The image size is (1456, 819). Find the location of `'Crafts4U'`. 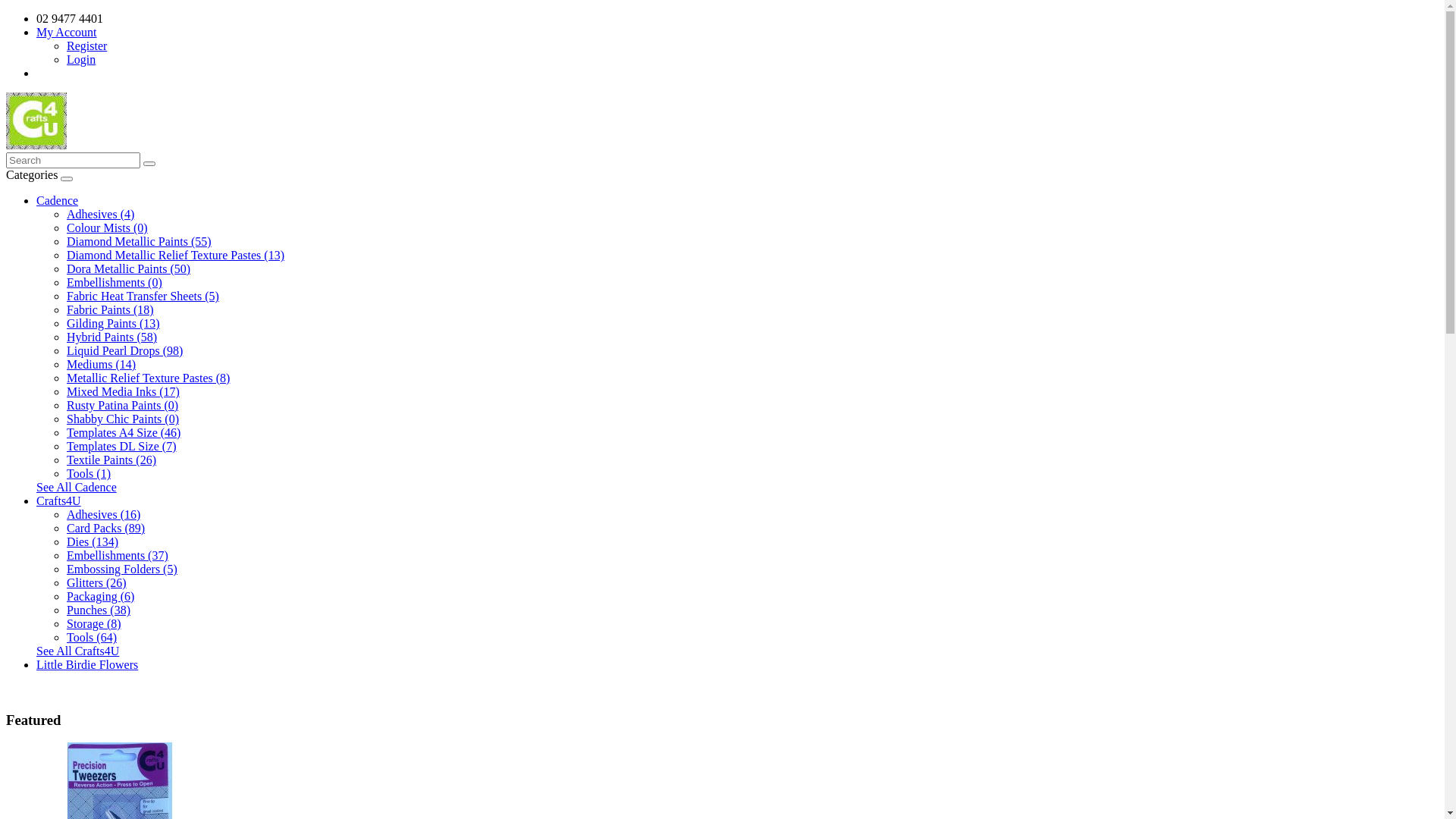

'Crafts4U' is located at coordinates (58, 500).